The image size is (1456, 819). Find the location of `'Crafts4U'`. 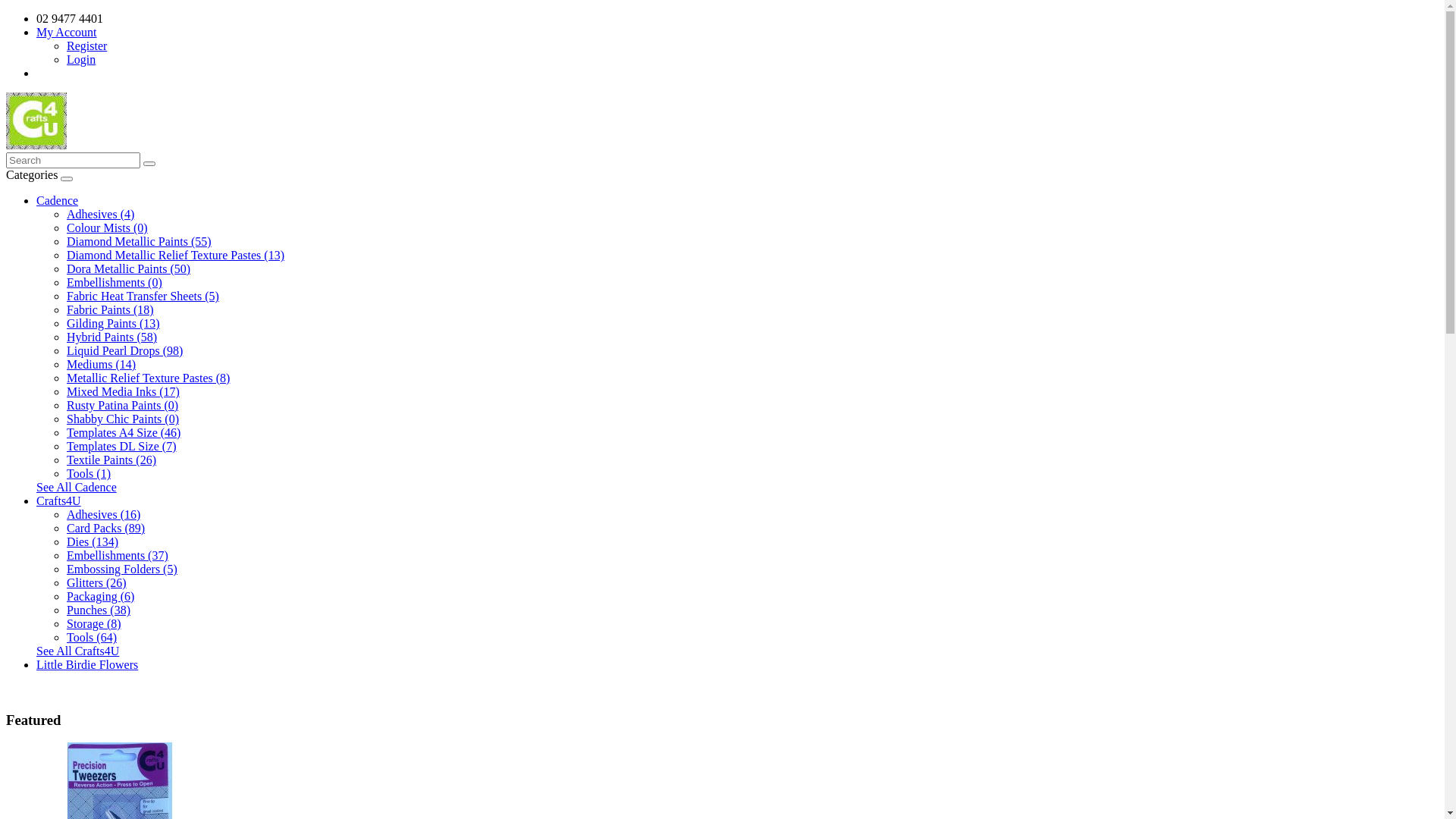

'Crafts4U' is located at coordinates (58, 500).